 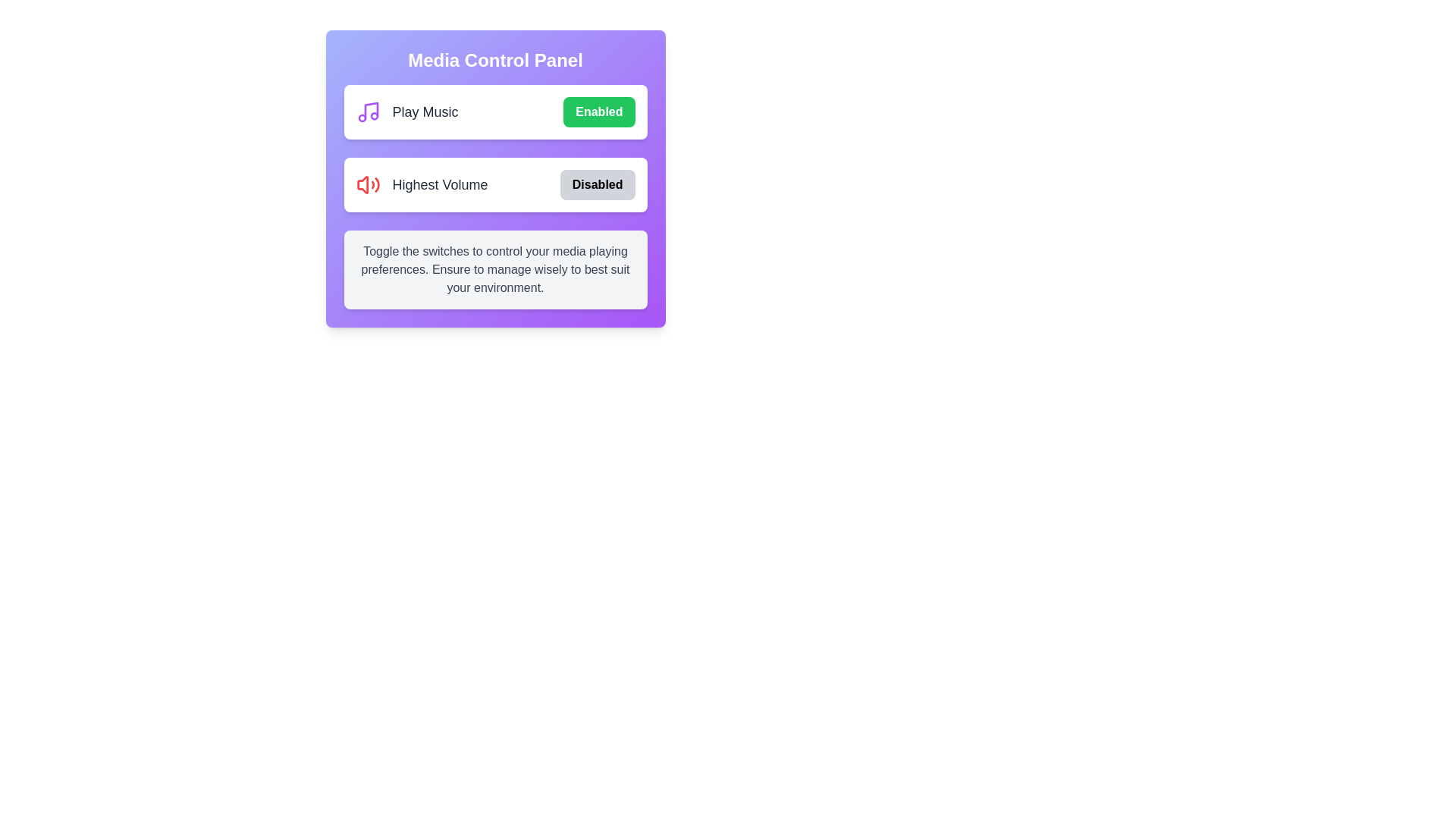 I want to click on 'Enabled' button to toggle the play music setting, so click(x=598, y=111).